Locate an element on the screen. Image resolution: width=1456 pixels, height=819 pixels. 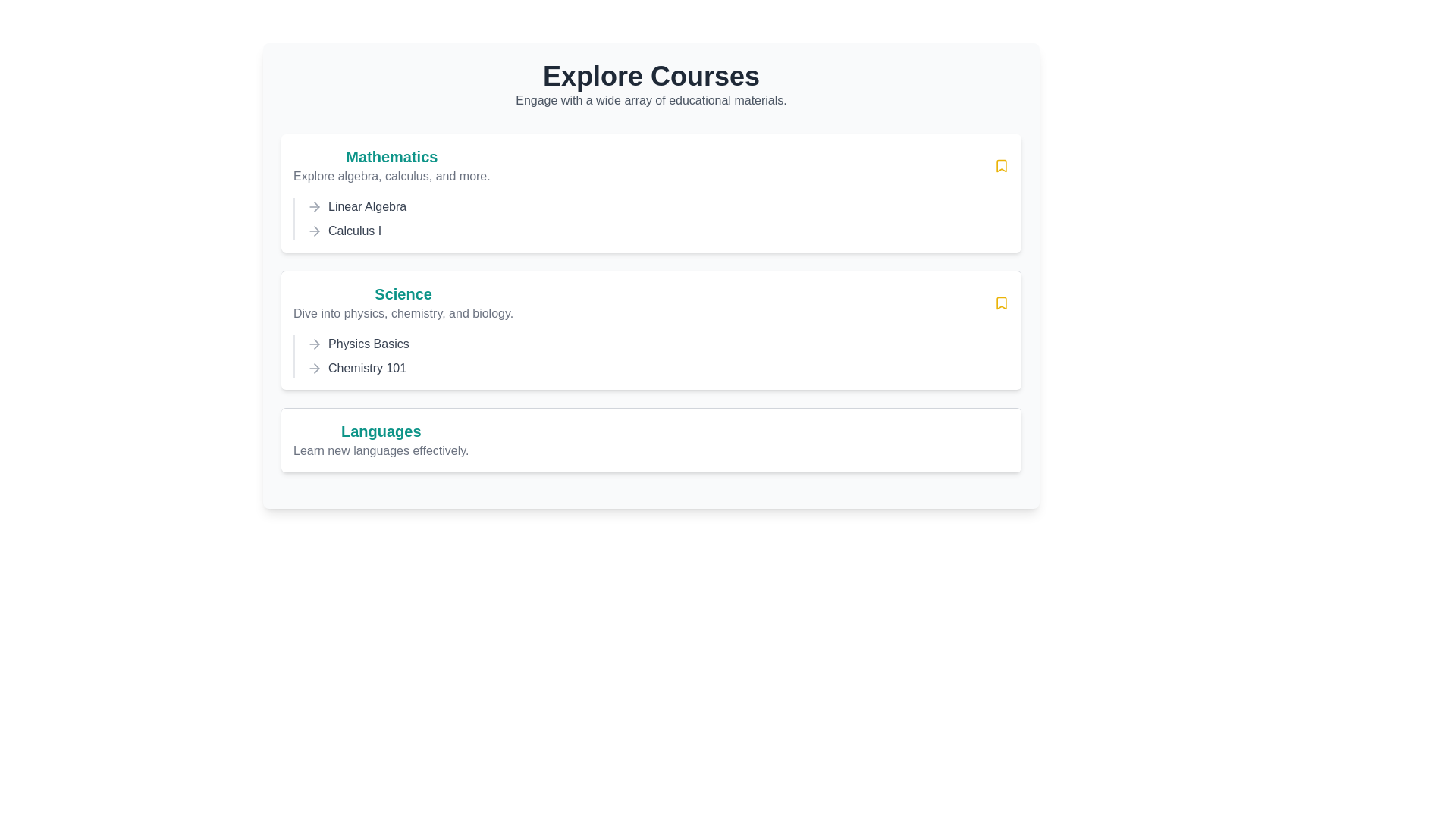
the informational text block providing details about the Mathematics subject, located in the first card of the Explore Courses page is located at coordinates (391, 166).